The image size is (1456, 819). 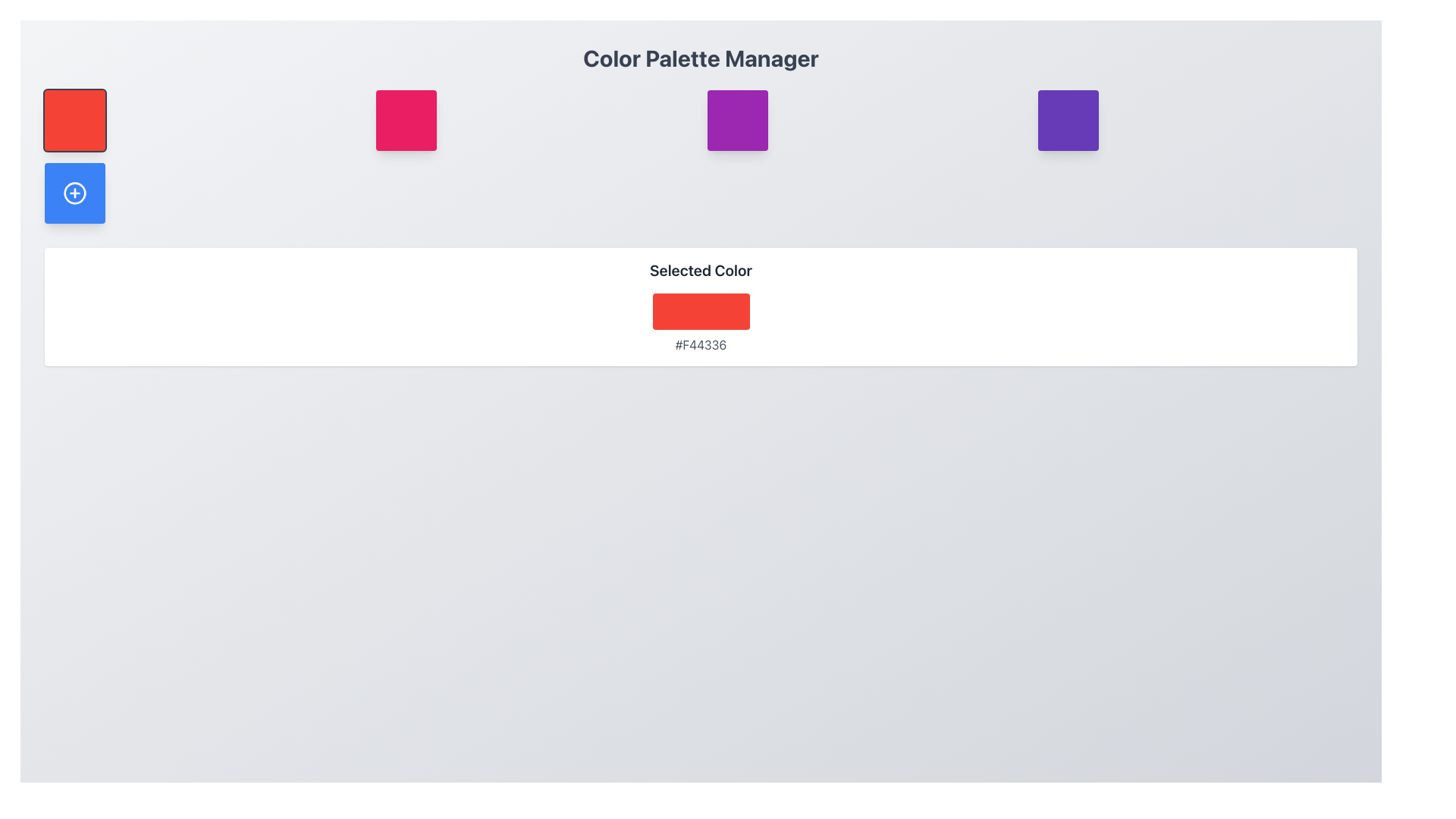 I want to click on the third button in a row of four elements in the color palette selector interface, located beneath the 'Color Palette Manager' title, so click(x=737, y=119).